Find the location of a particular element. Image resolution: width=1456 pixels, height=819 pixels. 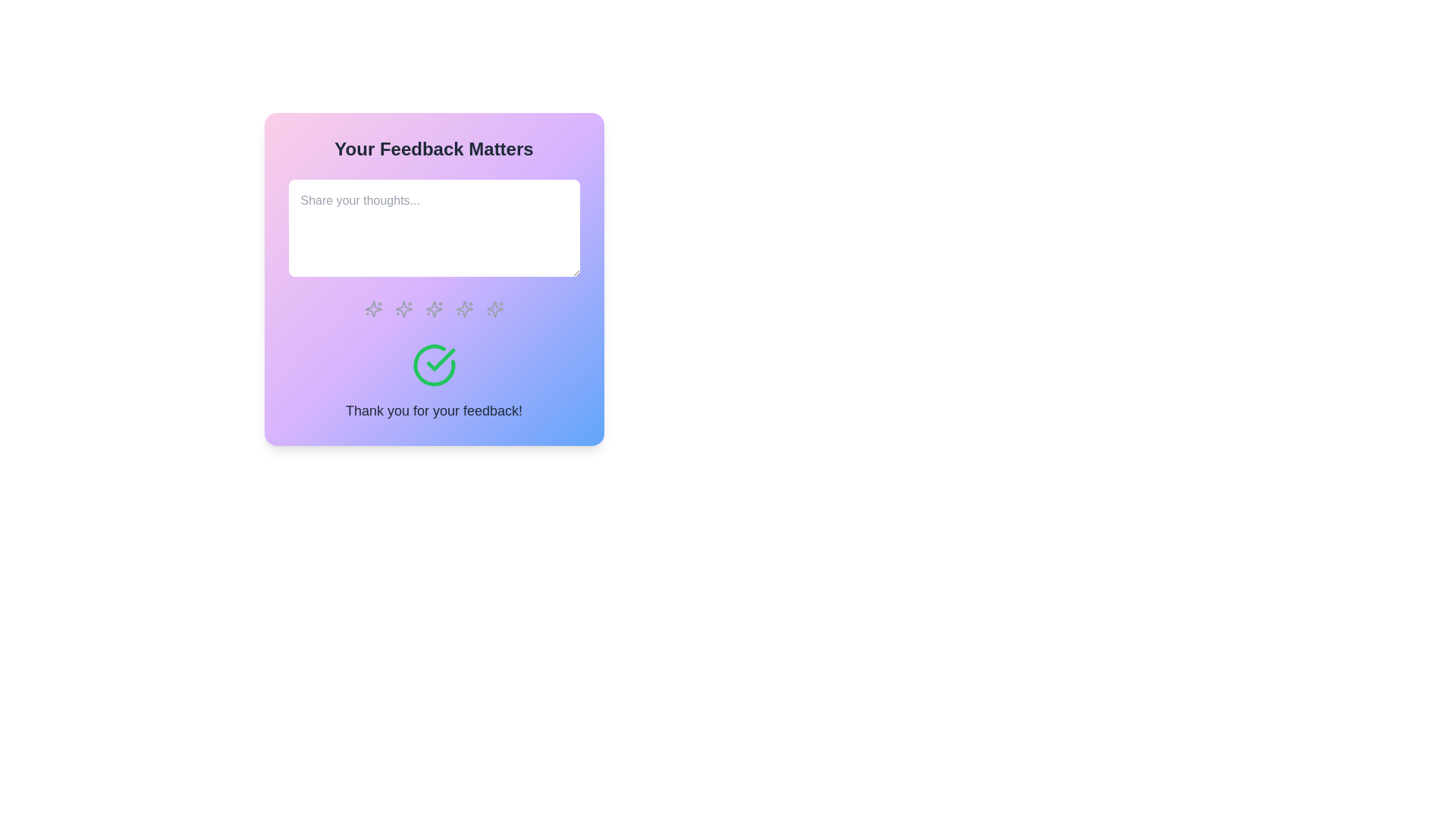

the sixth sparkle-shaped rating icon is located at coordinates (494, 309).